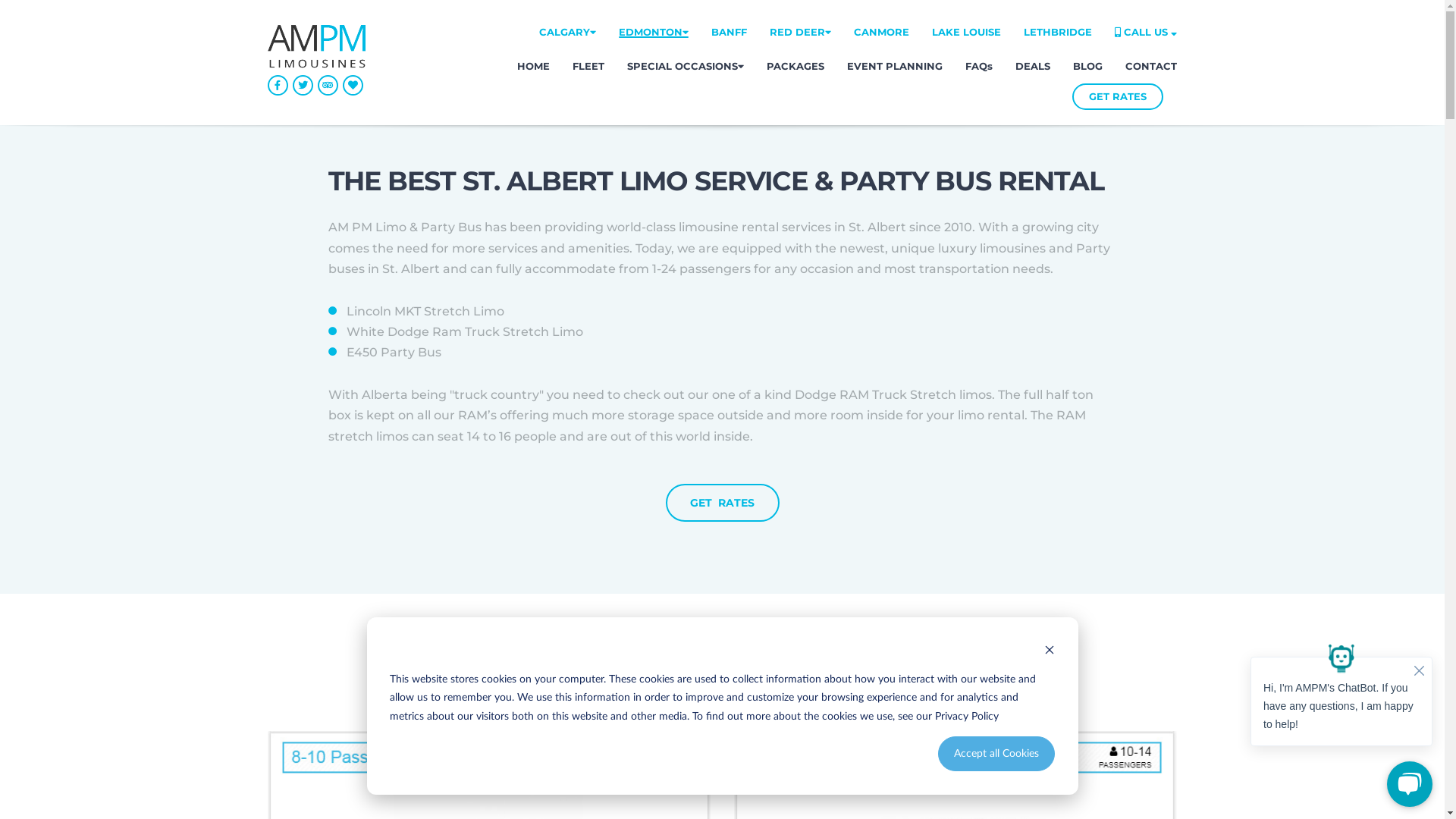  What do you see at coordinates (1087, 65) in the screenshot?
I see `'BLOG'` at bounding box center [1087, 65].